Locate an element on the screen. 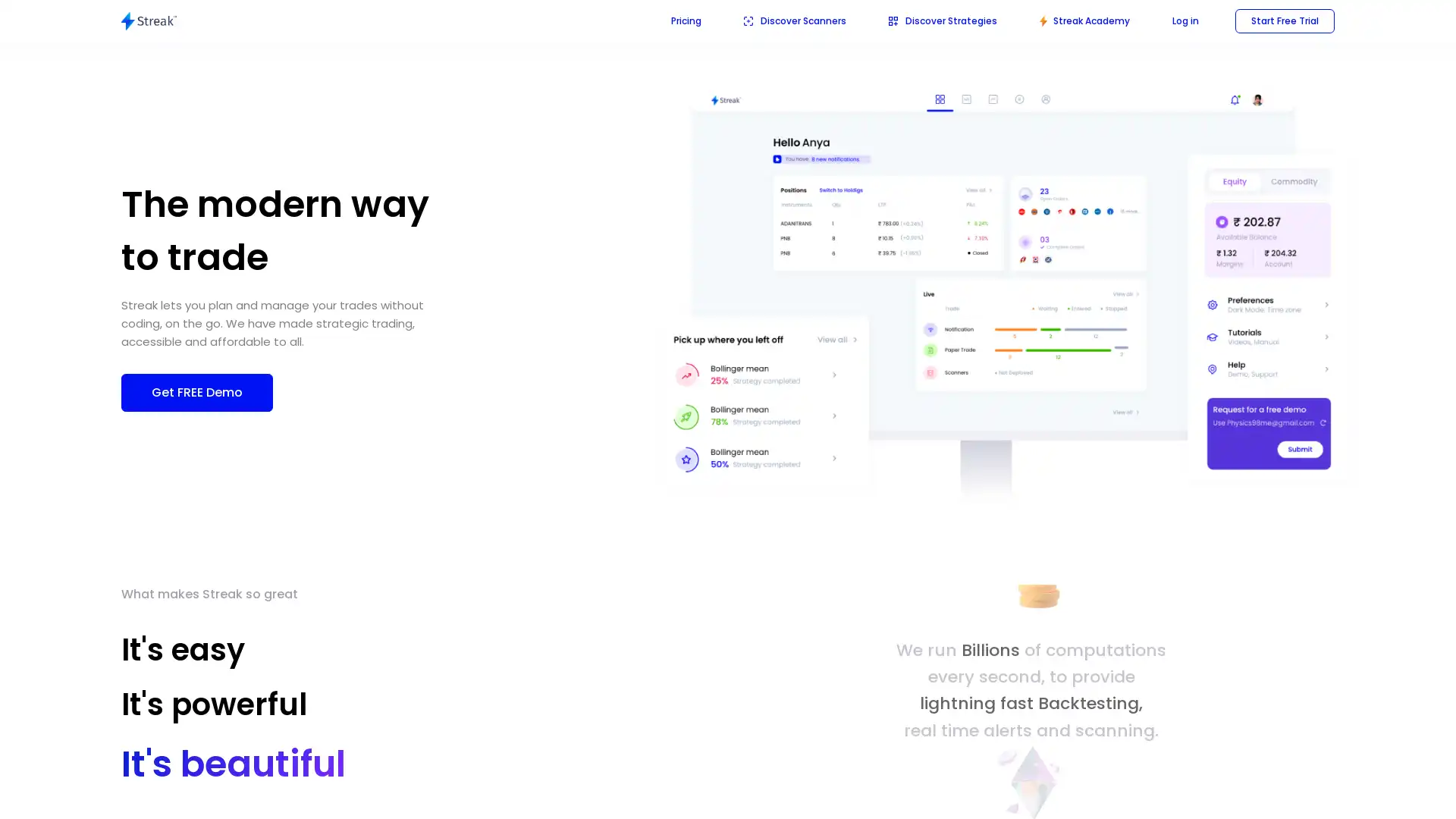 The height and width of the screenshot is (819, 1456). It's powerful is located at coordinates (231, 709).